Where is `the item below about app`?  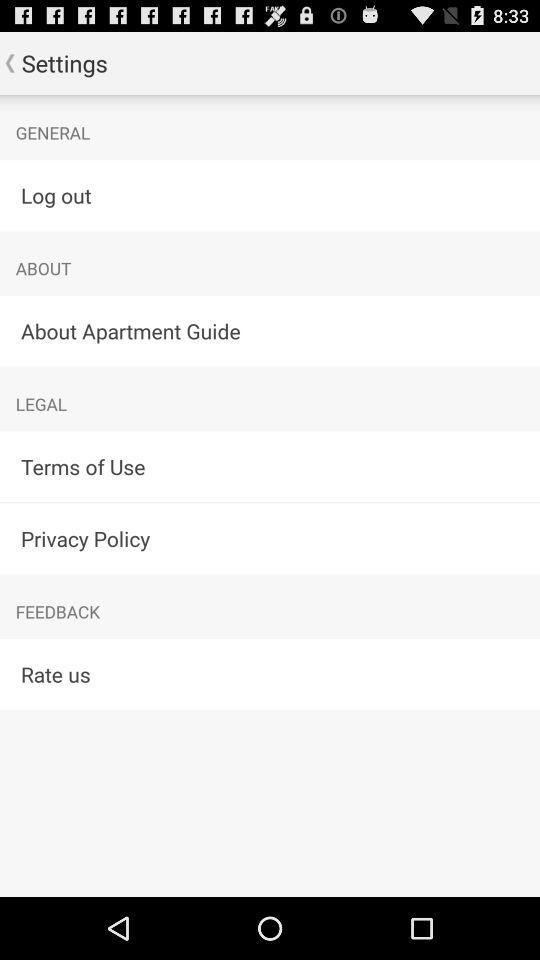
the item below about app is located at coordinates (270, 330).